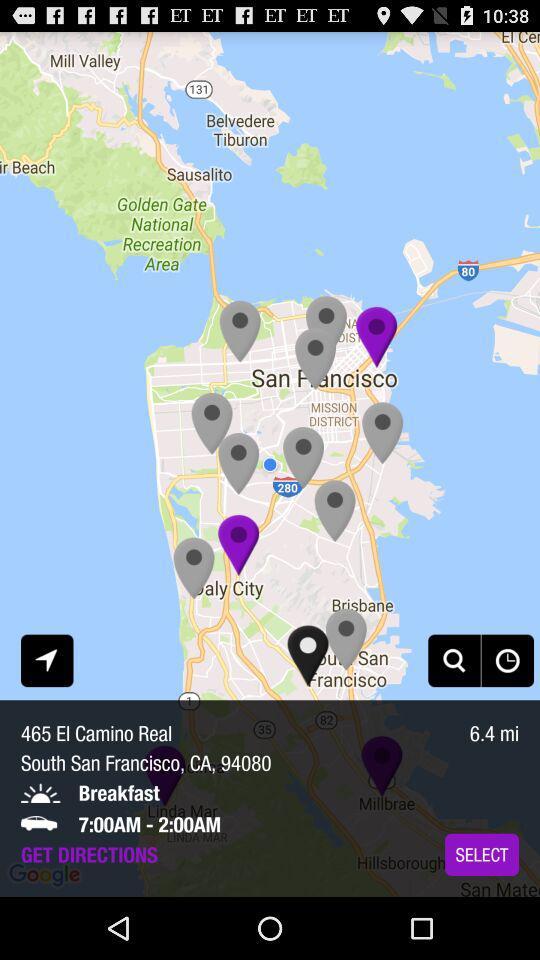 This screenshot has height=960, width=540. What do you see at coordinates (454, 707) in the screenshot?
I see `the search icon` at bounding box center [454, 707].